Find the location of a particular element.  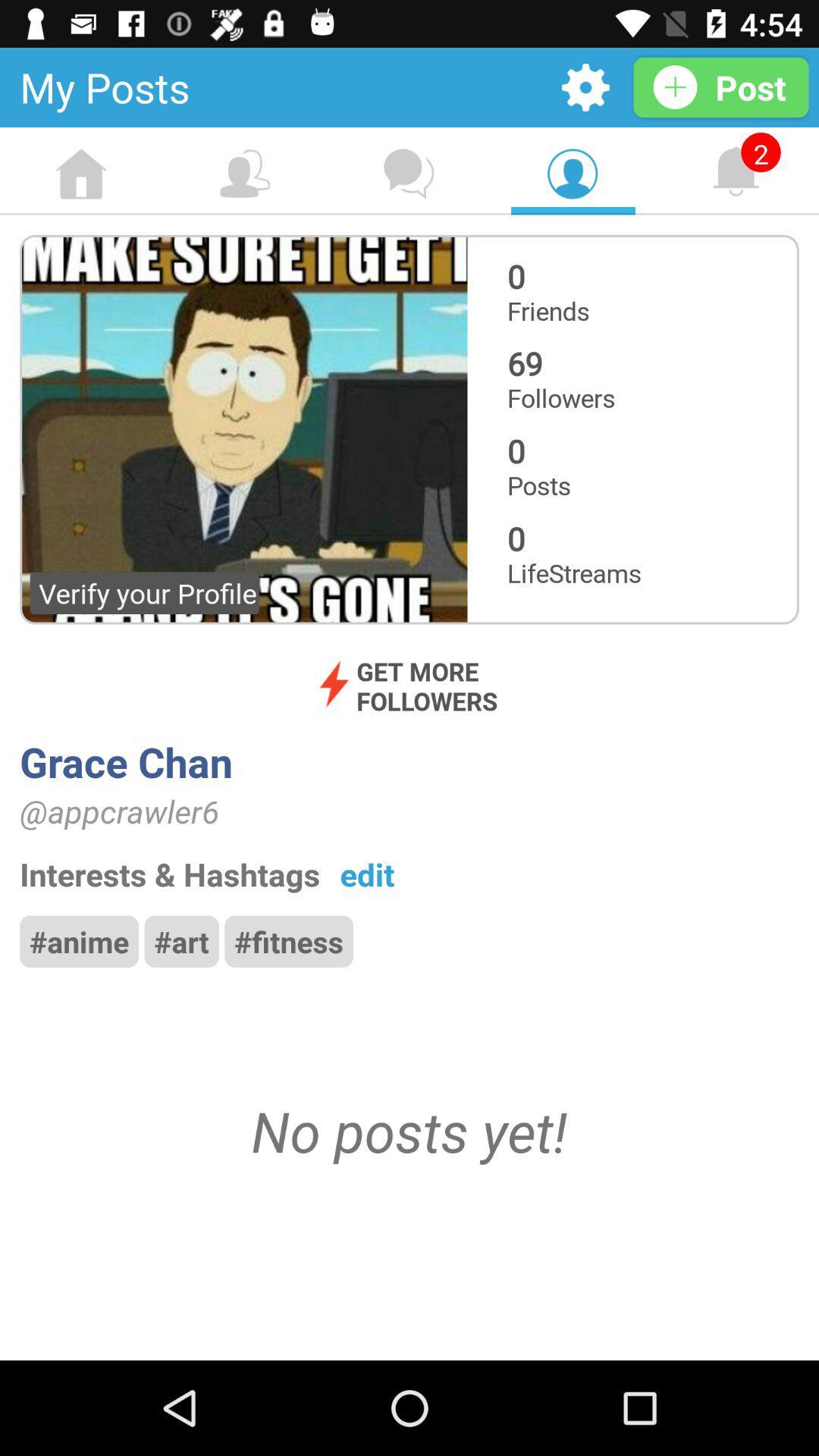

open settings is located at coordinates (585, 86).